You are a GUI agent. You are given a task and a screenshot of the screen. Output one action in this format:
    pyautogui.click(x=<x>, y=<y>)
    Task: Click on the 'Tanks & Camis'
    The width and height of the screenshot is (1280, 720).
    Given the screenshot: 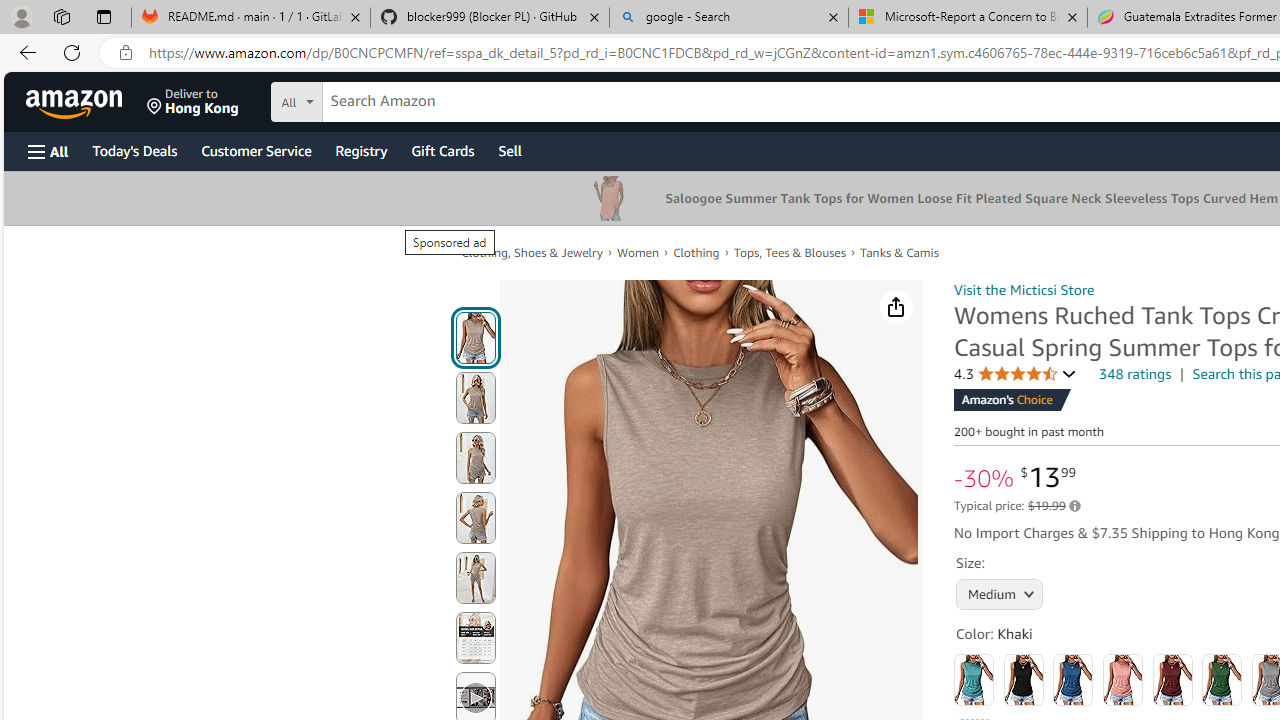 What is the action you would take?
    pyautogui.click(x=898, y=251)
    